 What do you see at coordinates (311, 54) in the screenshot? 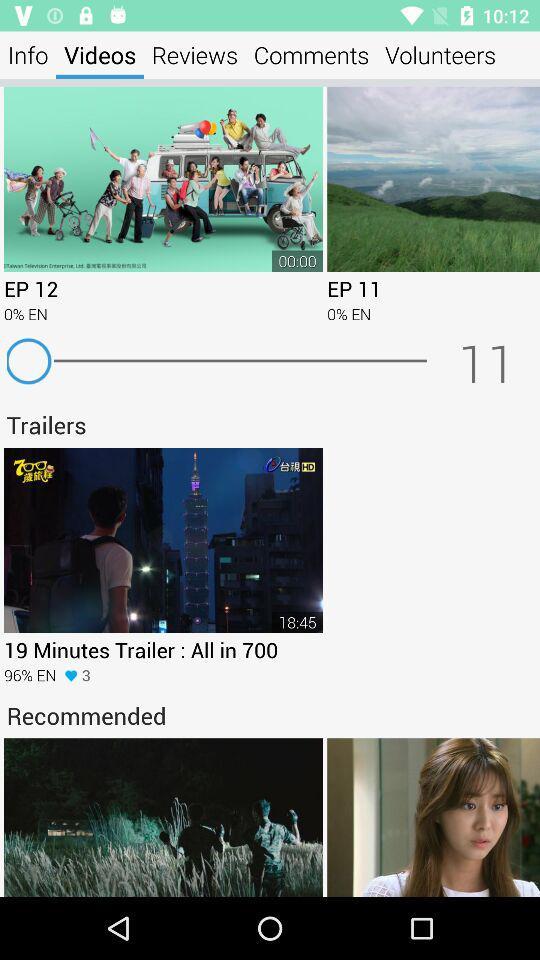
I see `item next to volunteers icon` at bounding box center [311, 54].